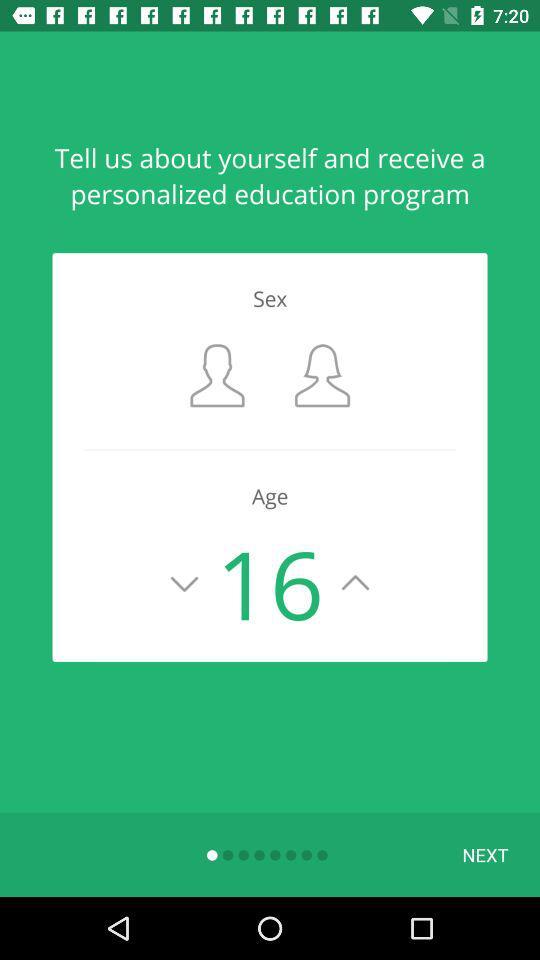 The width and height of the screenshot is (540, 960). I want to click on the expand_more icon, so click(184, 583).